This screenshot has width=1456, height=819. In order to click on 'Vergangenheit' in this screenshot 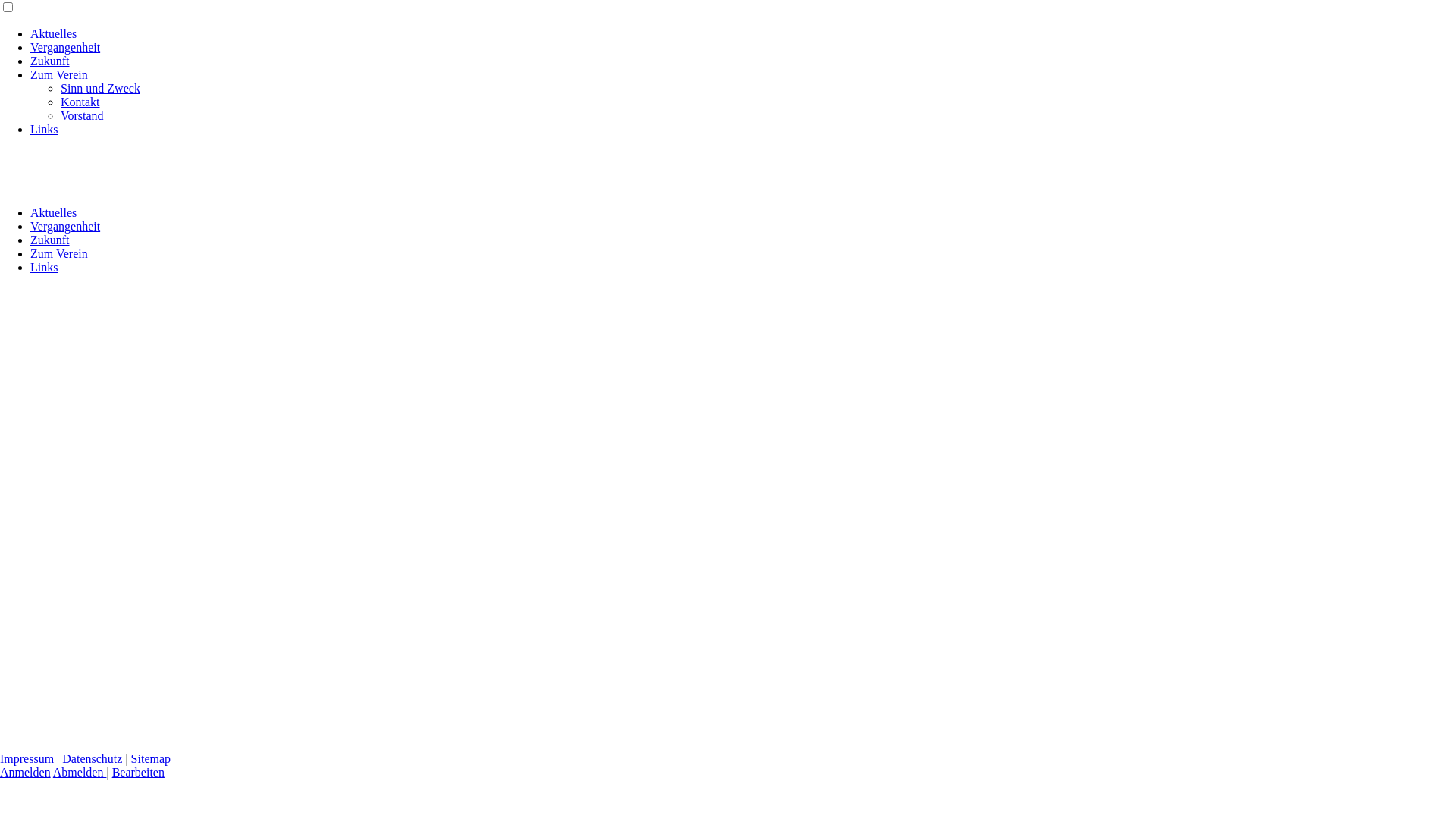, I will do `click(64, 226)`.